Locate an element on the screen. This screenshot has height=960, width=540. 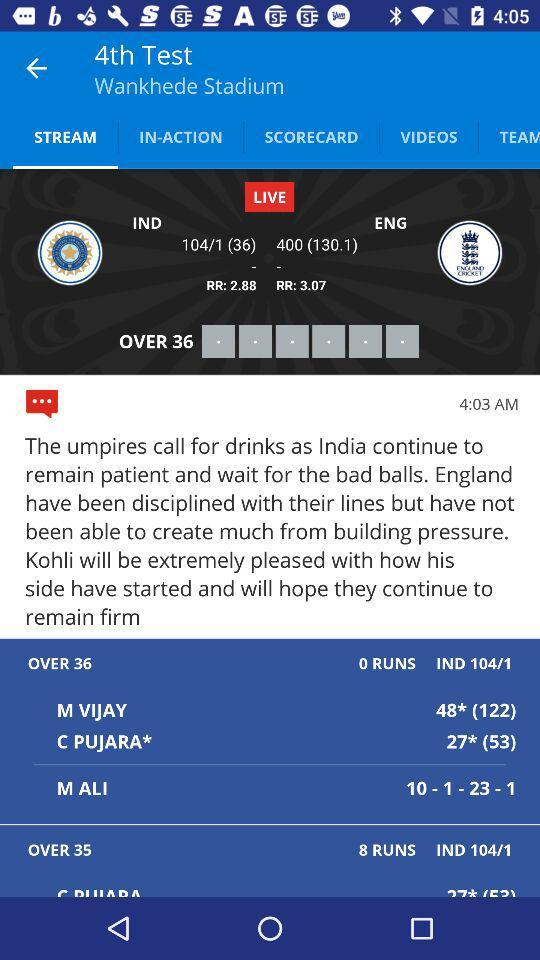
the app above stream is located at coordinates (36, 68).